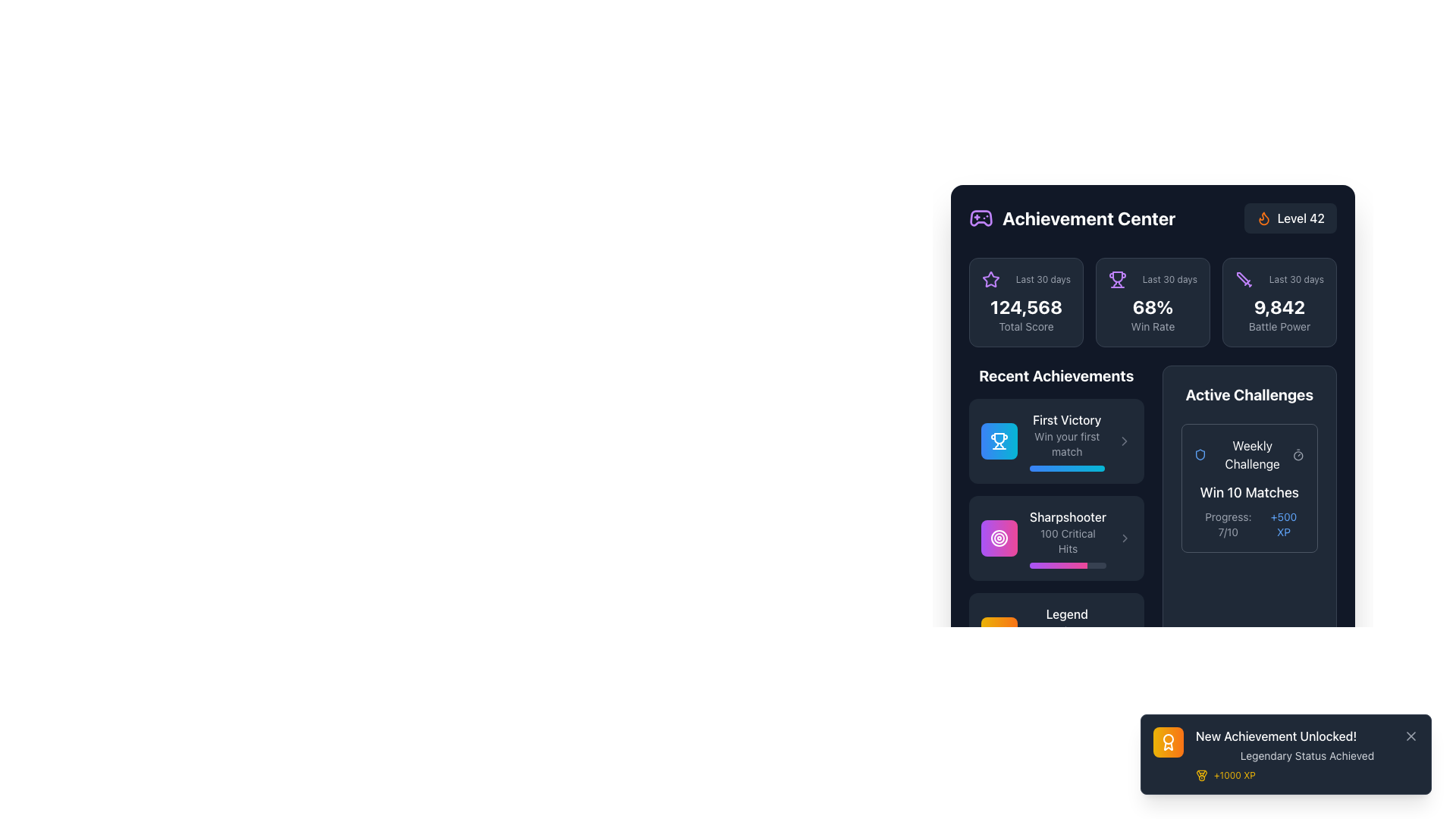 This screenshot has width=1456, height=819. Describe the element at coordinates (999, 438) in the screenshot. I see `the 'Win Rate' icon in the Achievement Center section, which is visually emphasized as part of the statistical metrics` at that location.